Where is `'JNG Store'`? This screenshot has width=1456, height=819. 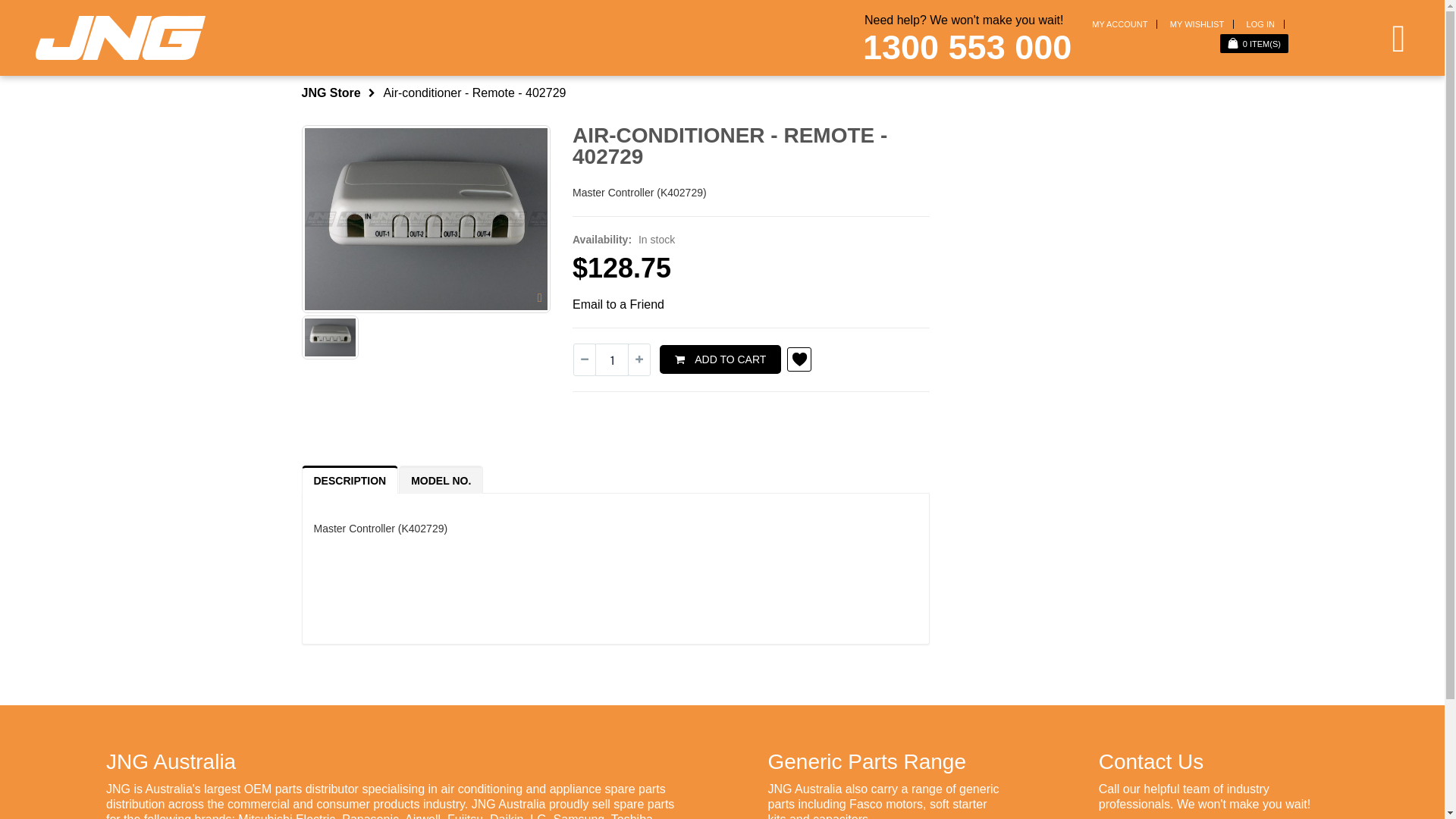 'JNG Store' is located at coordinates (302, 93).